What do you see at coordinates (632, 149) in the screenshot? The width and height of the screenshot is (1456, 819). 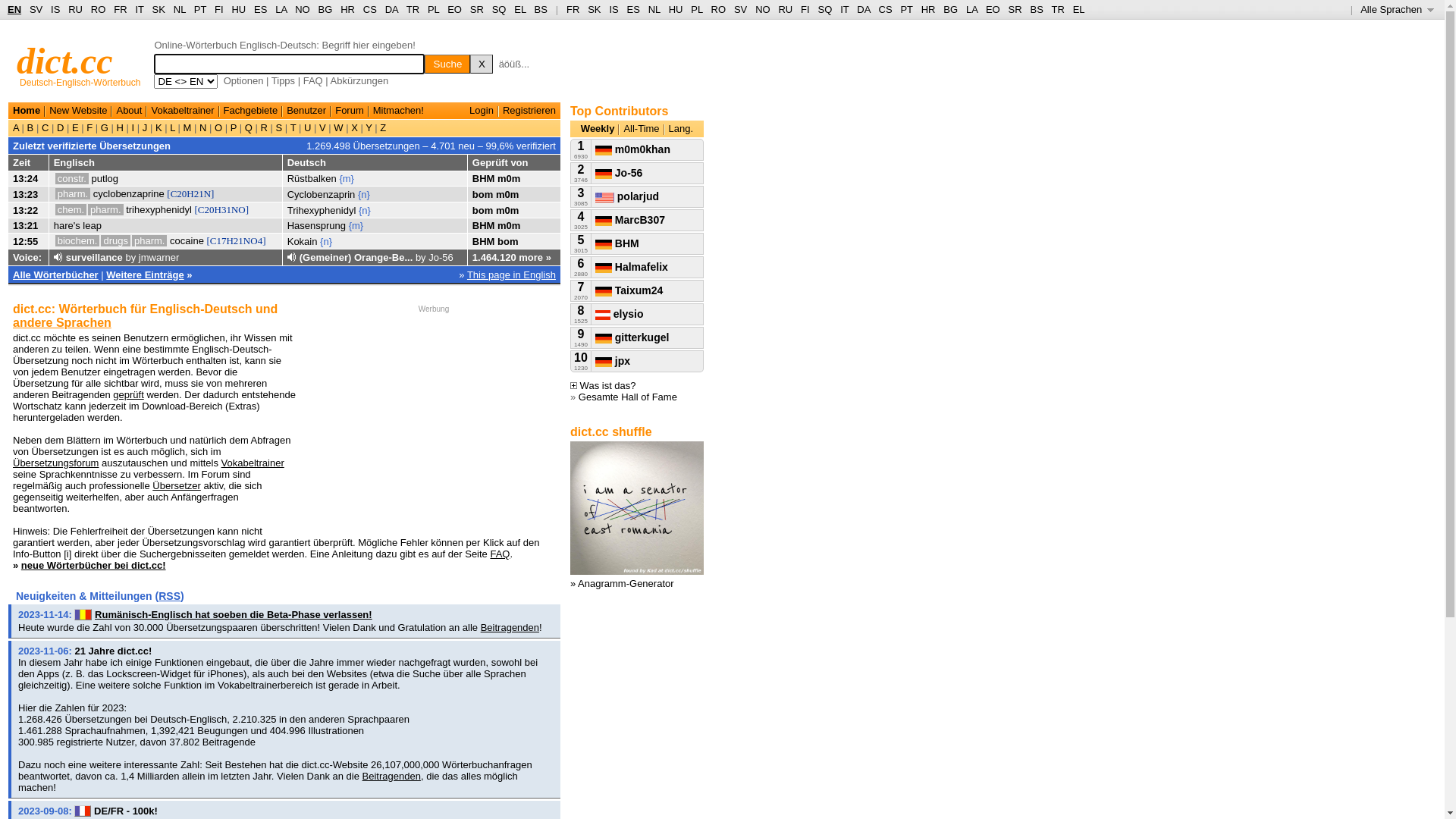 I see `'m0m0khan'` at bounding box center [632, 149].